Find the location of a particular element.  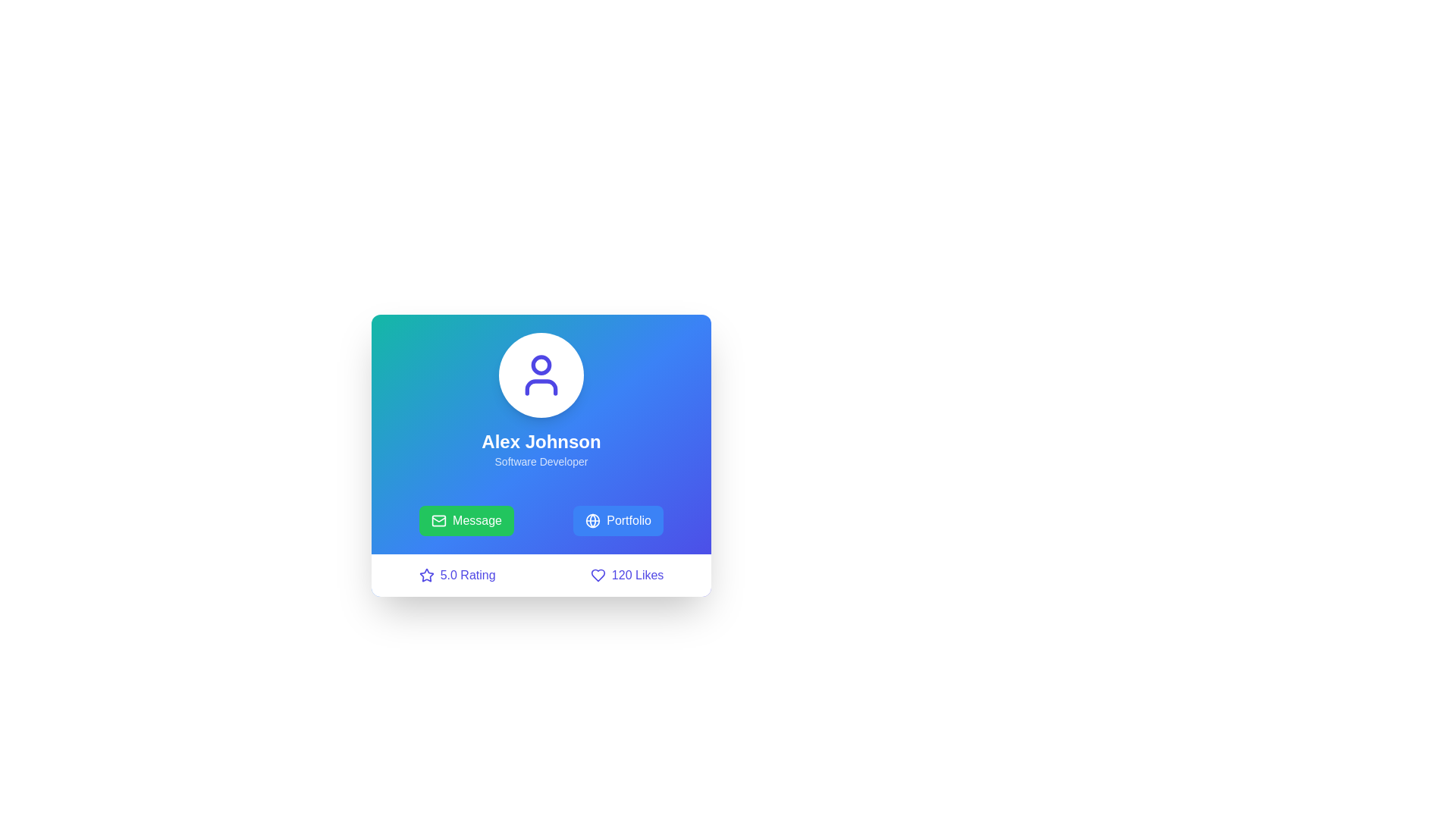

the star-shaped rating icon located to the left of the '5.0 Rating' text label in the bottom-left segment of the profile card is located at coordinates (425, 575).